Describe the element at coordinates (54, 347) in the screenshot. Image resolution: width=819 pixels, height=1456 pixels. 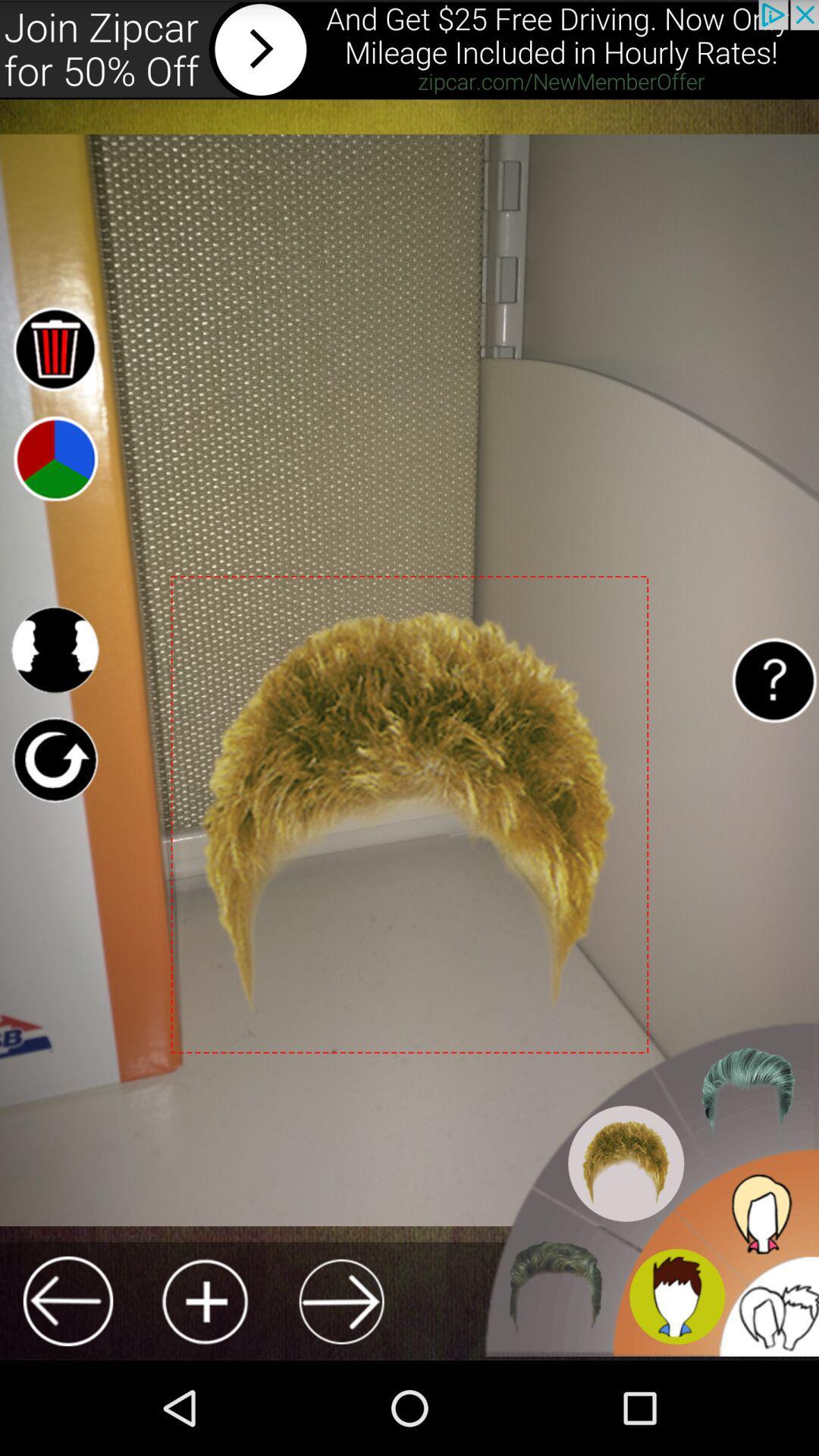
I see `delete element` at that location.